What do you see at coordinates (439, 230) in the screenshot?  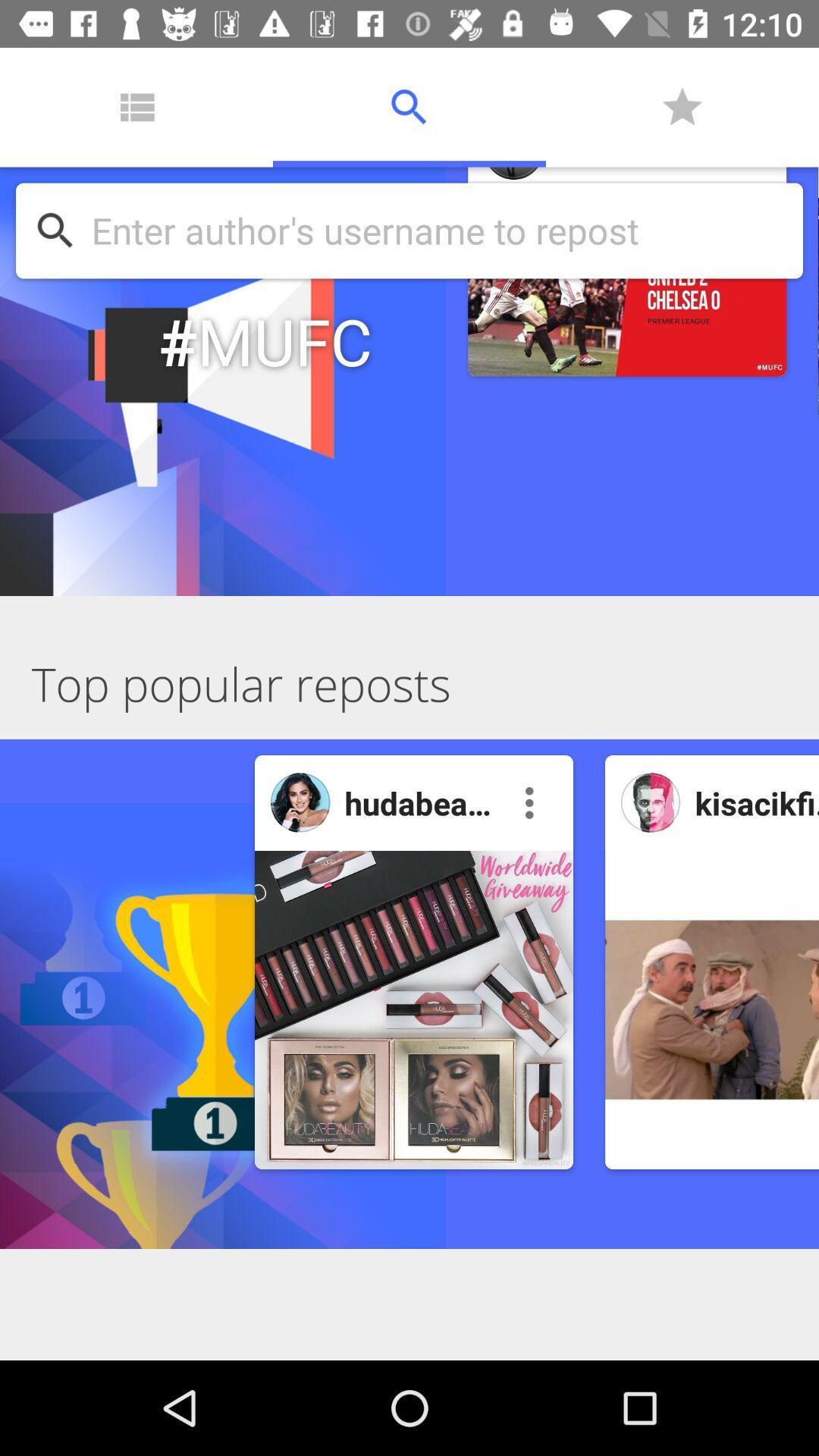 I see `search bar` at bounding box center [439, 230].